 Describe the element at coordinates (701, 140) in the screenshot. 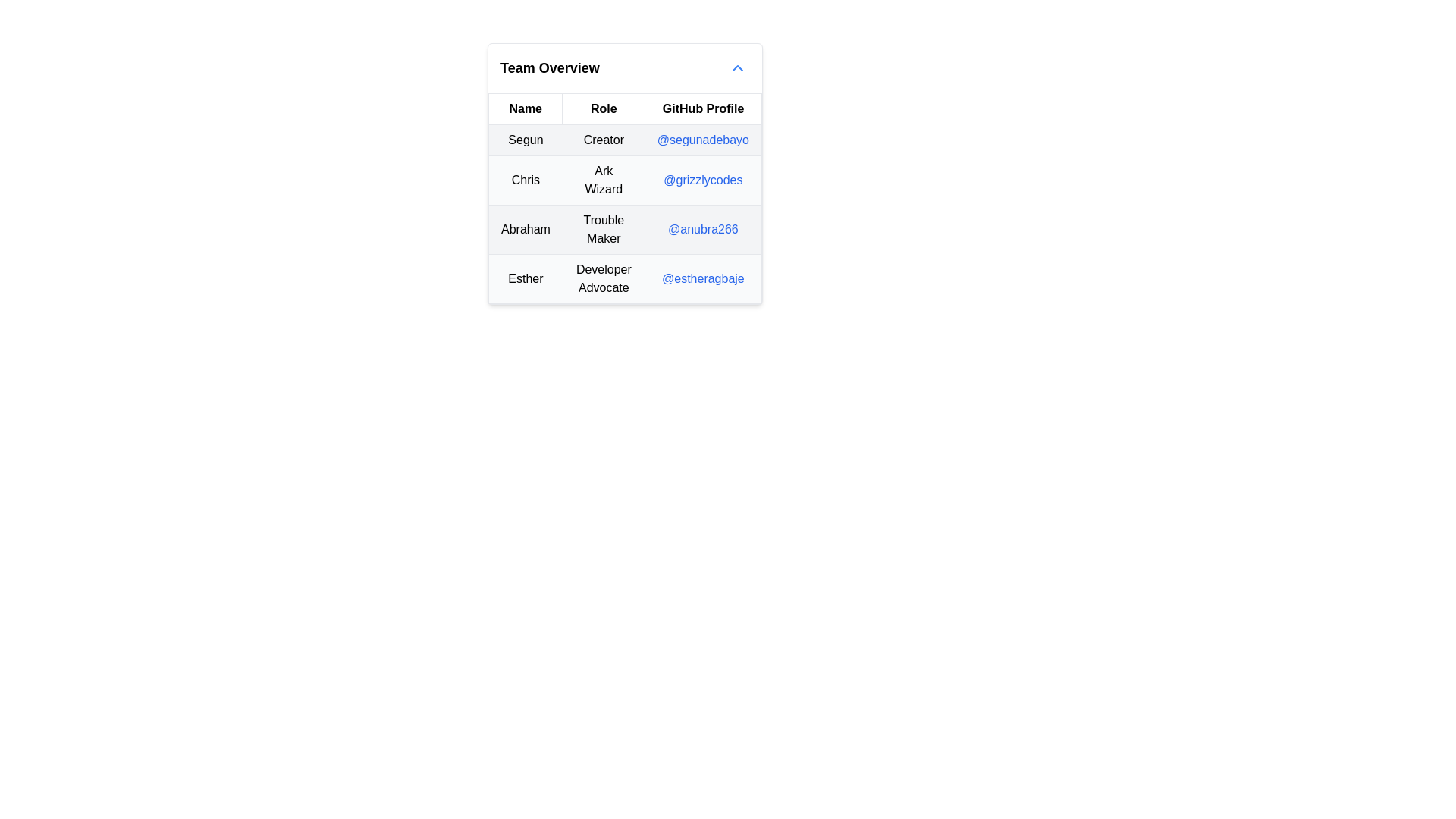

I see `the hyperlink '@segunadebayo' styled in blue and underlined, located` at that location.